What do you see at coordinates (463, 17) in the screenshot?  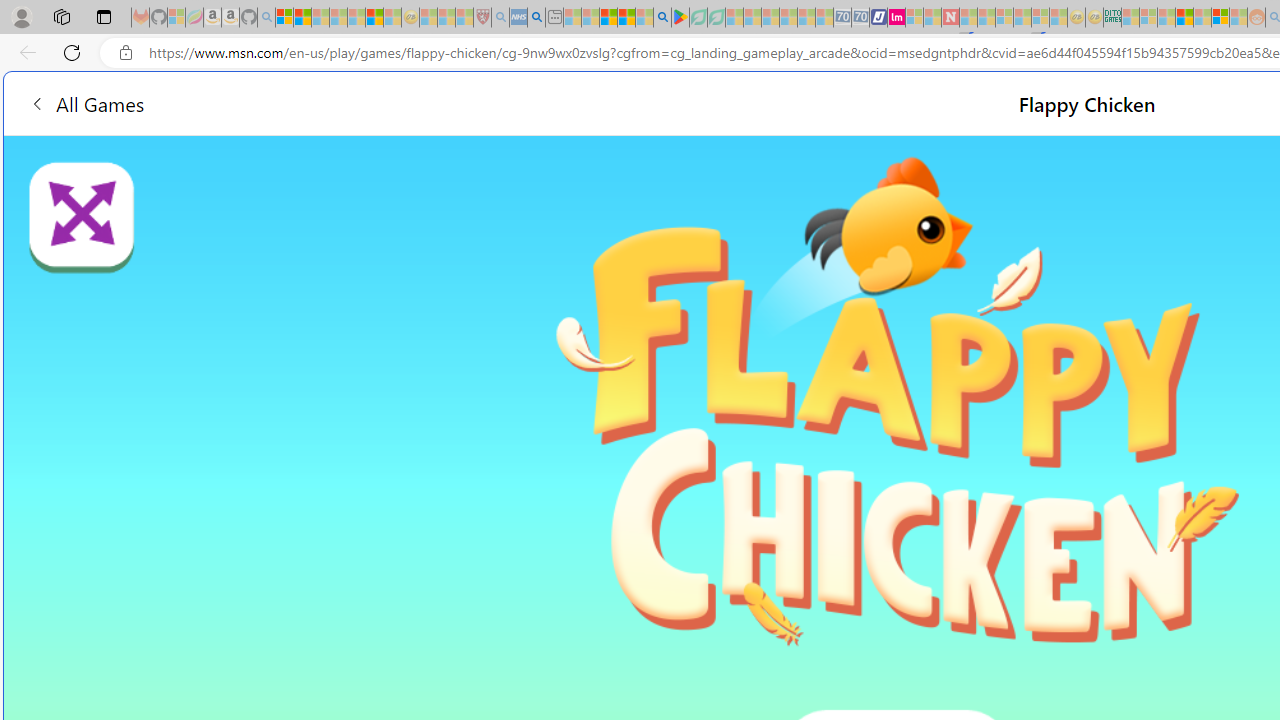 I see `'Local - MSN - Sleeping'` at bounding box center [463, 17].